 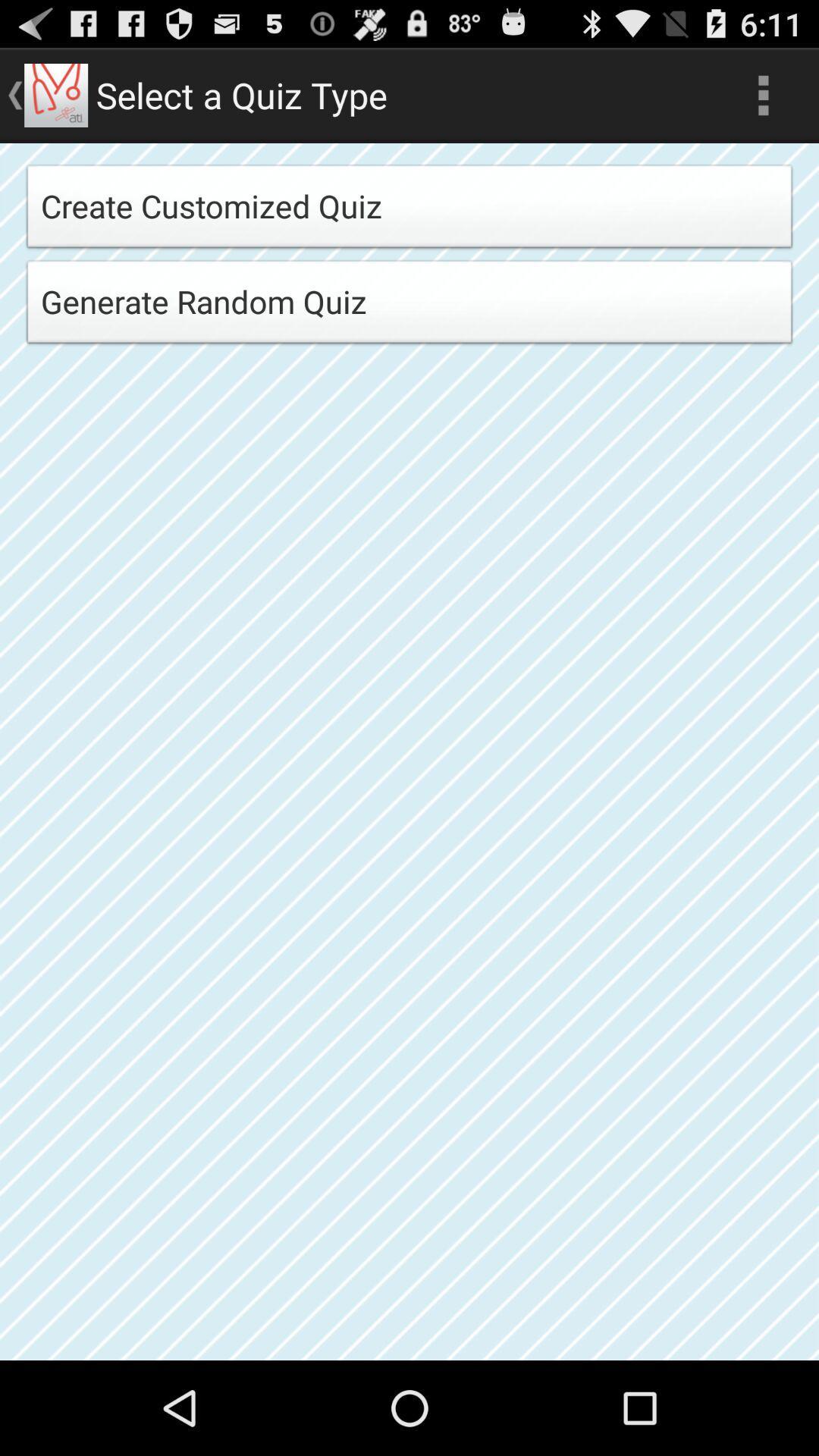 What do you see at coordinates (409, 306) in the screenshot?
I see `icon below the create customized quiz item` at bounding box center [409, 306].